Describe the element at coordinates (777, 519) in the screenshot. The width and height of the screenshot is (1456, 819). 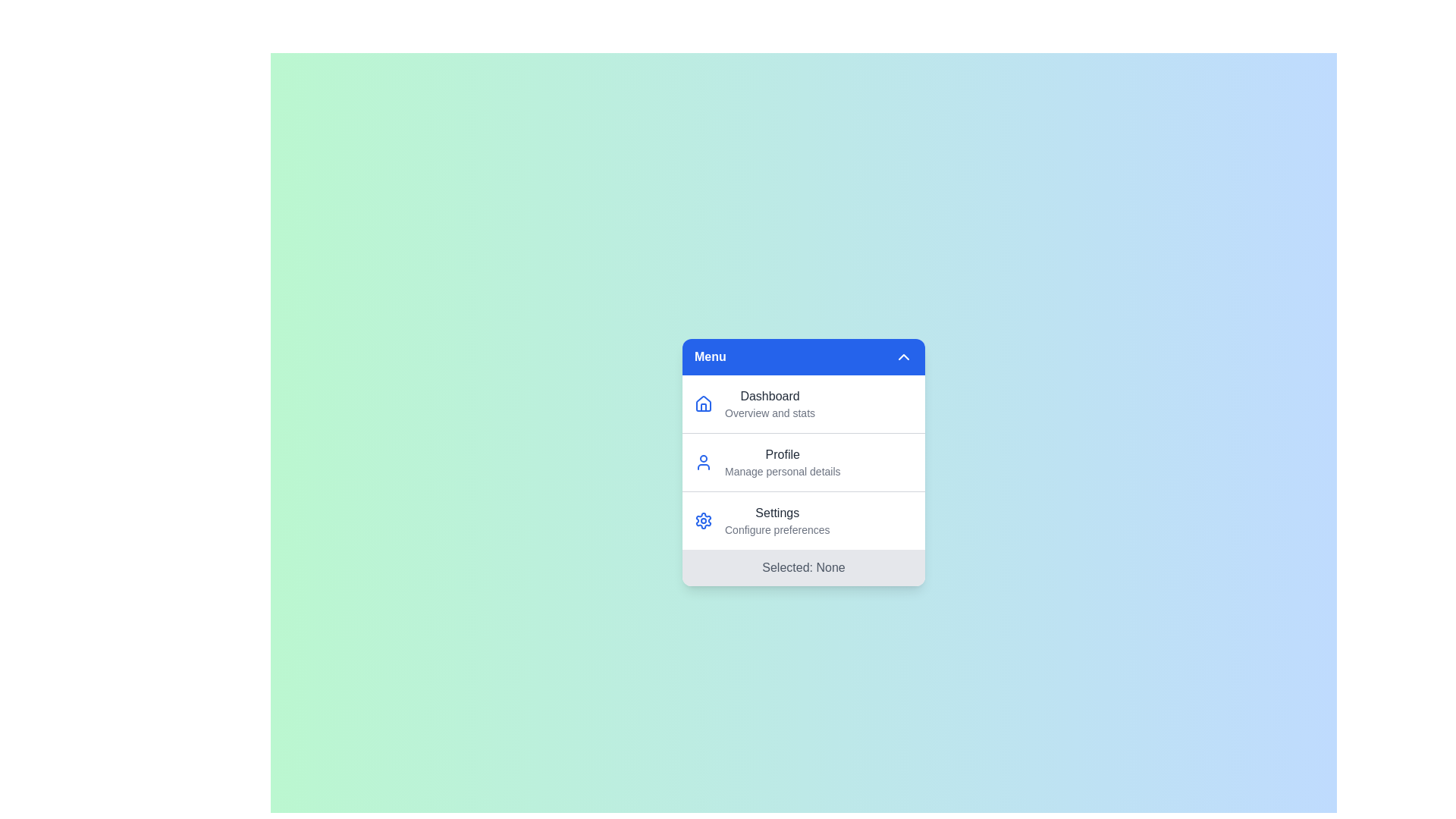
I see `the menu item Settings from the menu` at that location.